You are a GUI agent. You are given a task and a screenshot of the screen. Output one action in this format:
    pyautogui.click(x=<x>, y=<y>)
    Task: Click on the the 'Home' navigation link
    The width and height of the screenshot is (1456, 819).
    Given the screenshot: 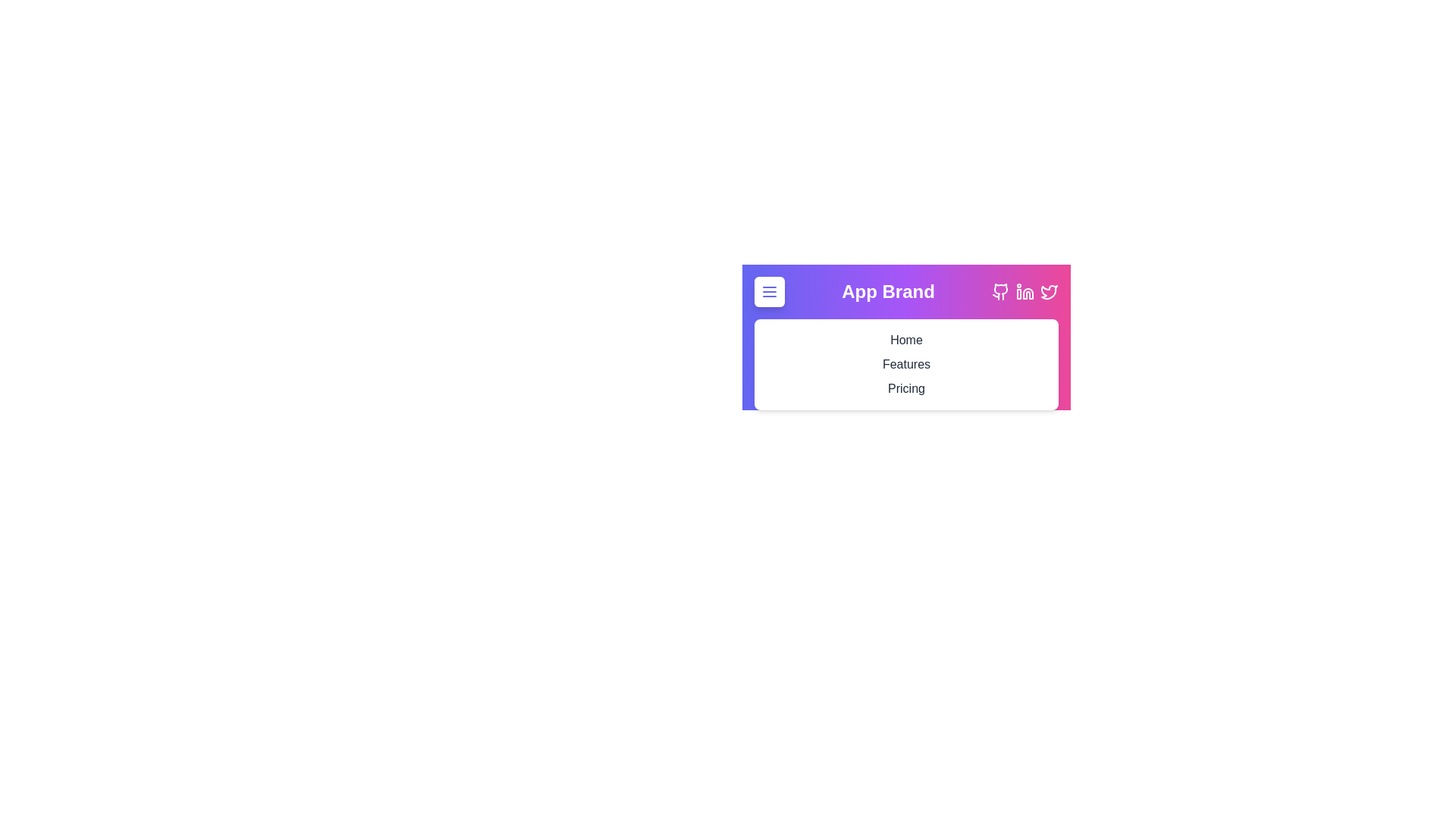 What is the action you would take?
    pyautogui.click(x=906, y=339)
    